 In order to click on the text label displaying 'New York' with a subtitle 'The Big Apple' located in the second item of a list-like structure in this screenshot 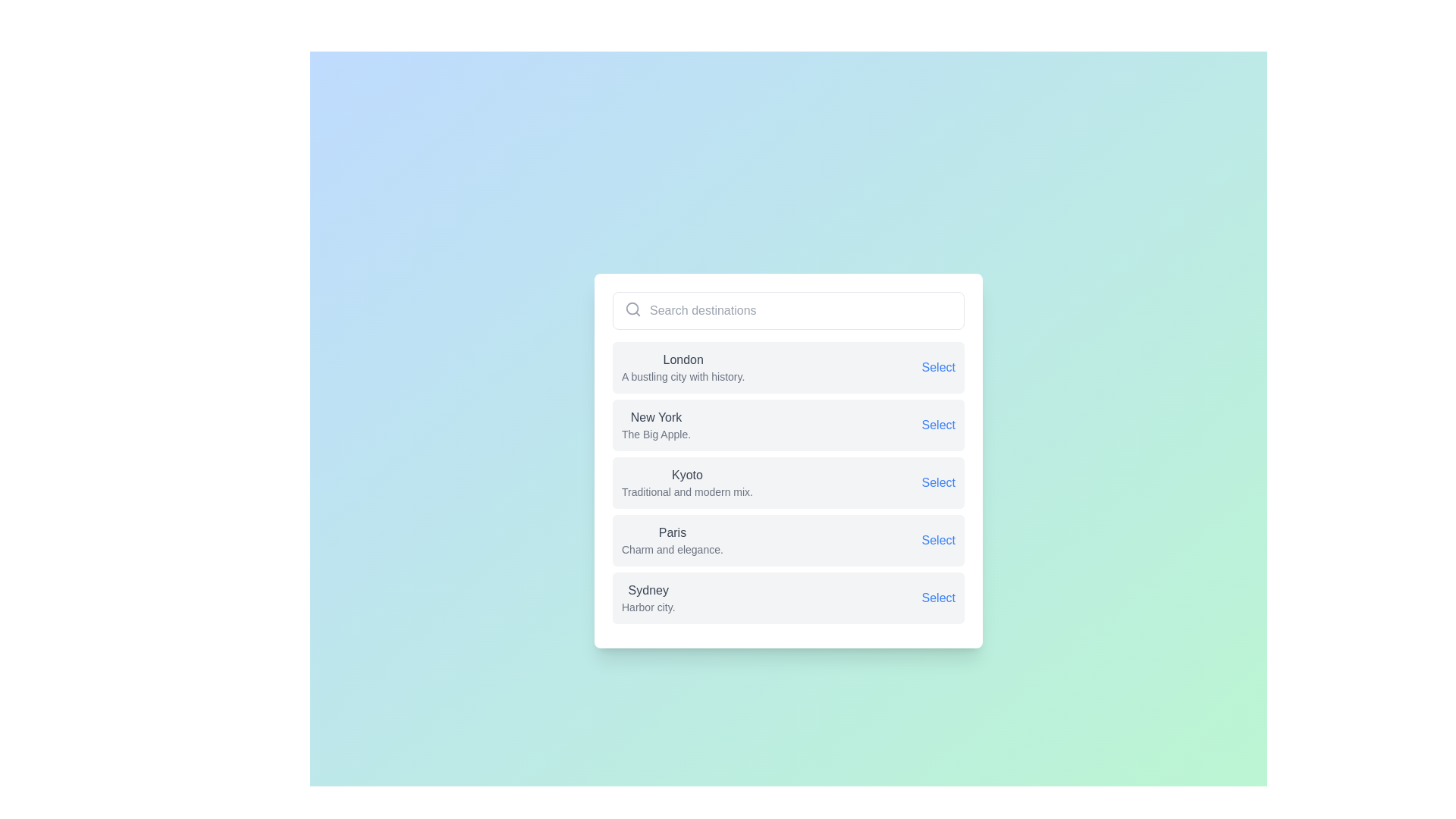, I will do `click(656, 425)`.